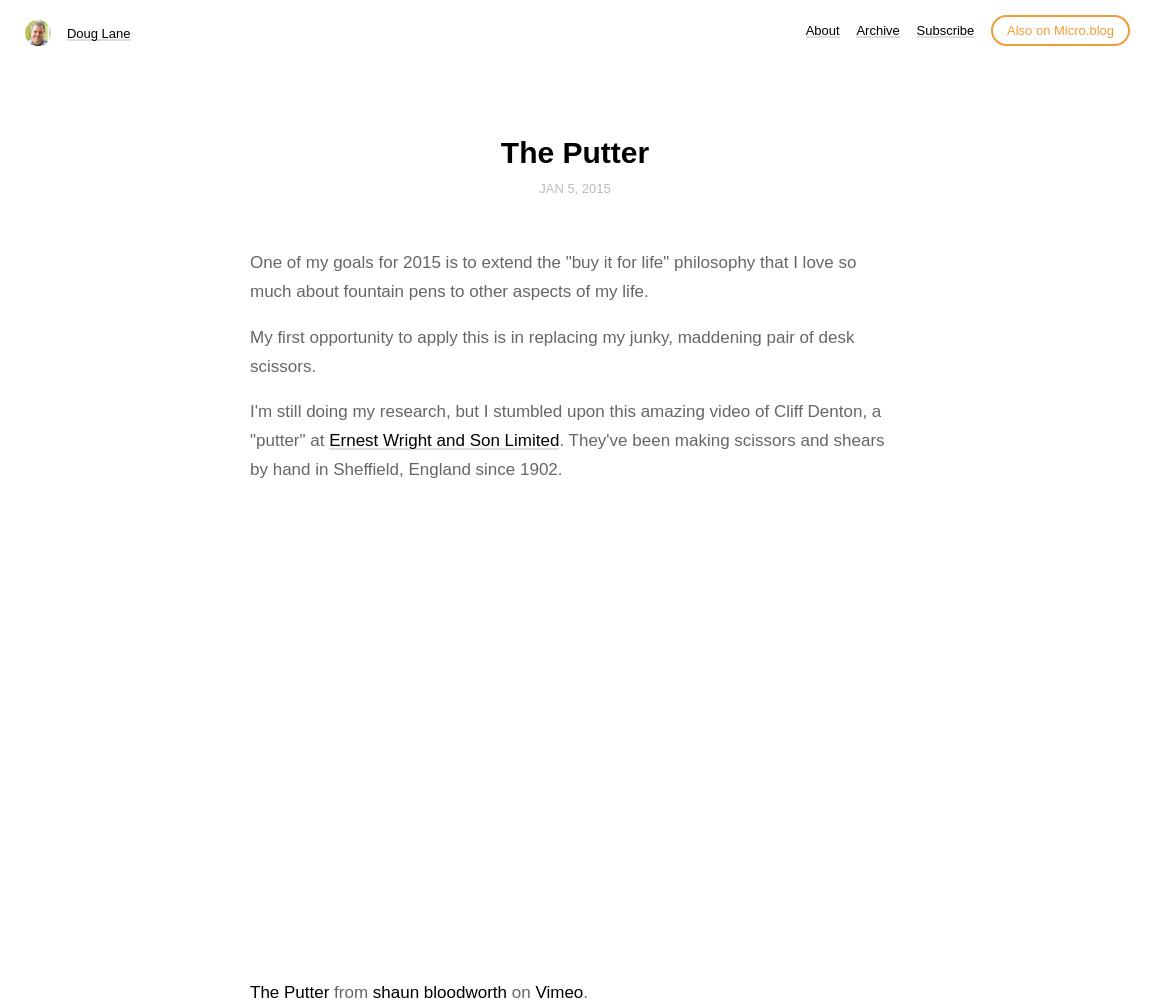 The image size is (1150, 1000). What do you see at coordinates (553, 276) in the screenshot?
I see `'One of my goals for 2015 is to extend the "buy it for life" philosophy that I love so much about fountain pens to other aspects of my life.'` at bounding box center [553, 276].